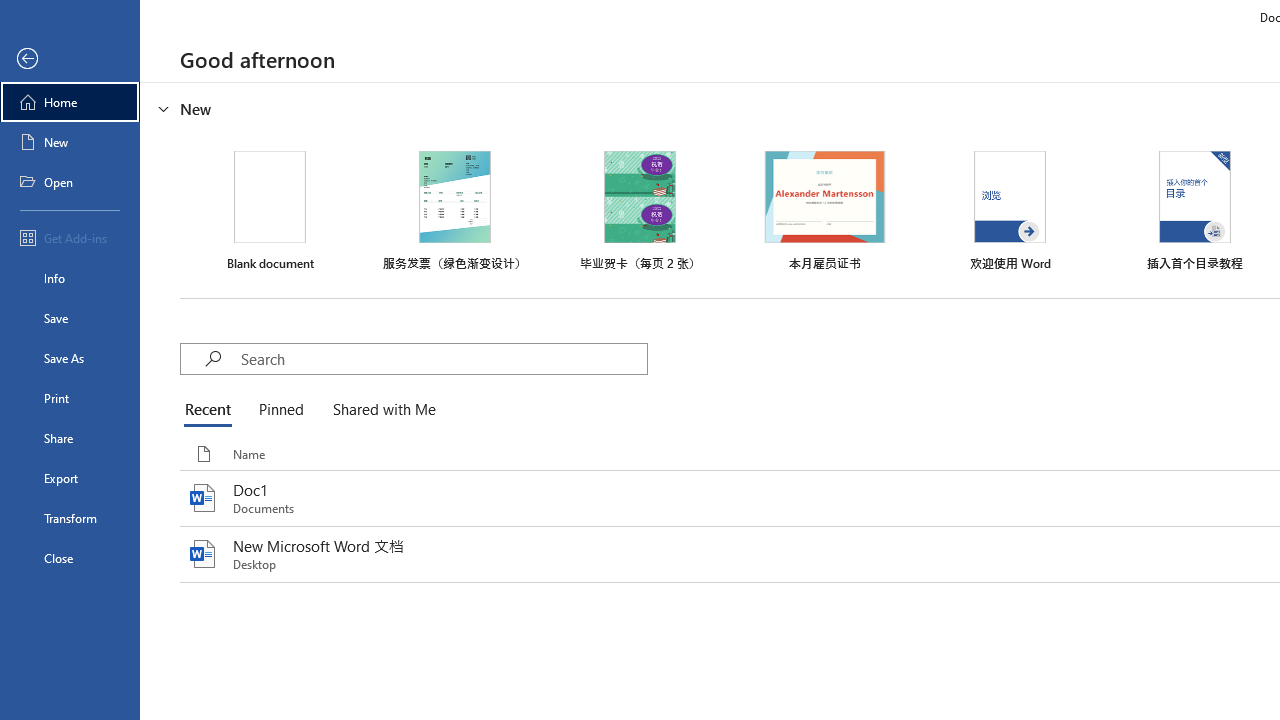  I want to click on 'Shared with Me', so click(380, 410).